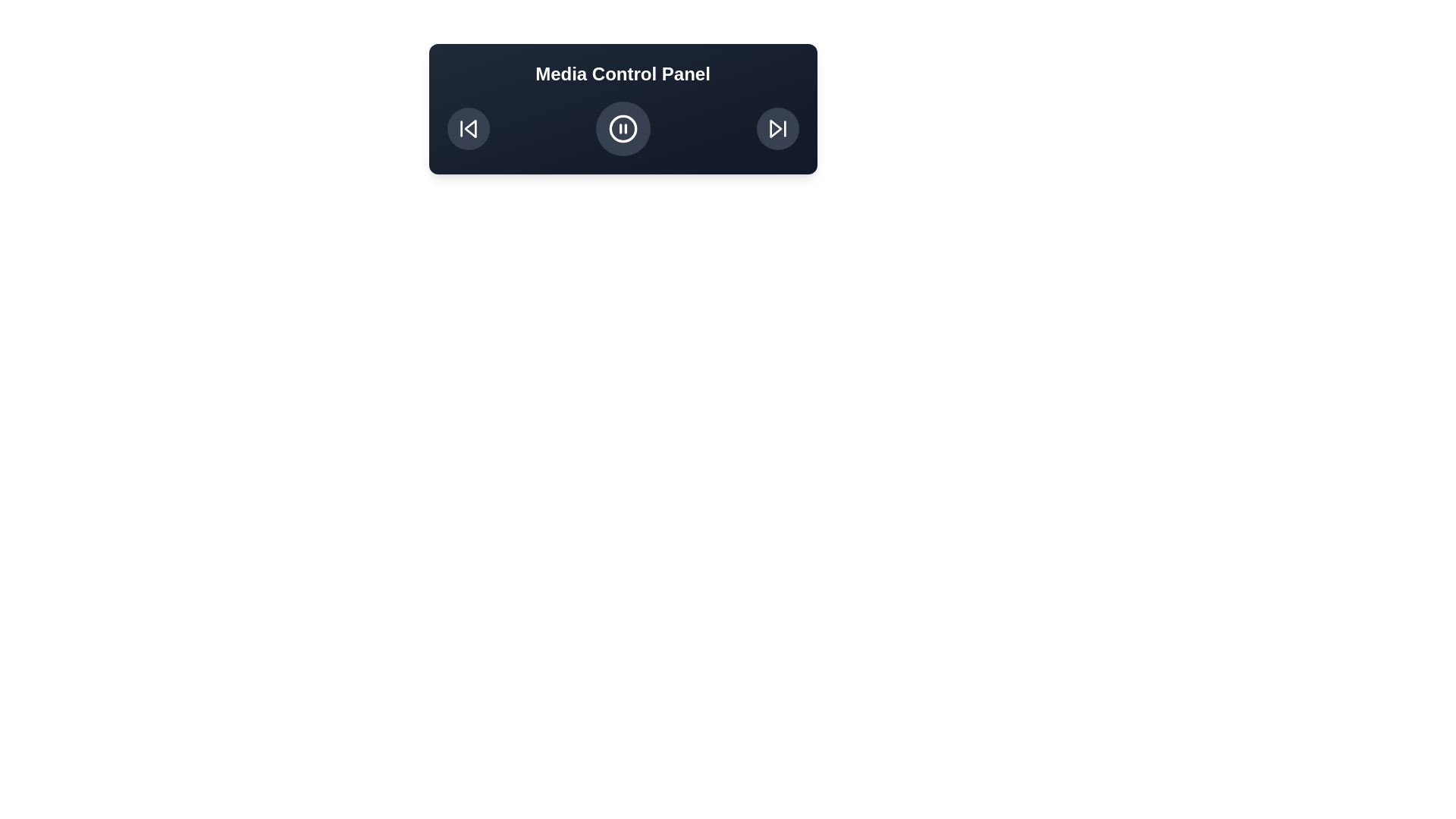 This screenshot has height=819, width=1456. What do you see at coordinates (777, 127) in the screenshot?
I see `the skip forward button located on the far right side of the media control panel` at bounding box center [777, 127].